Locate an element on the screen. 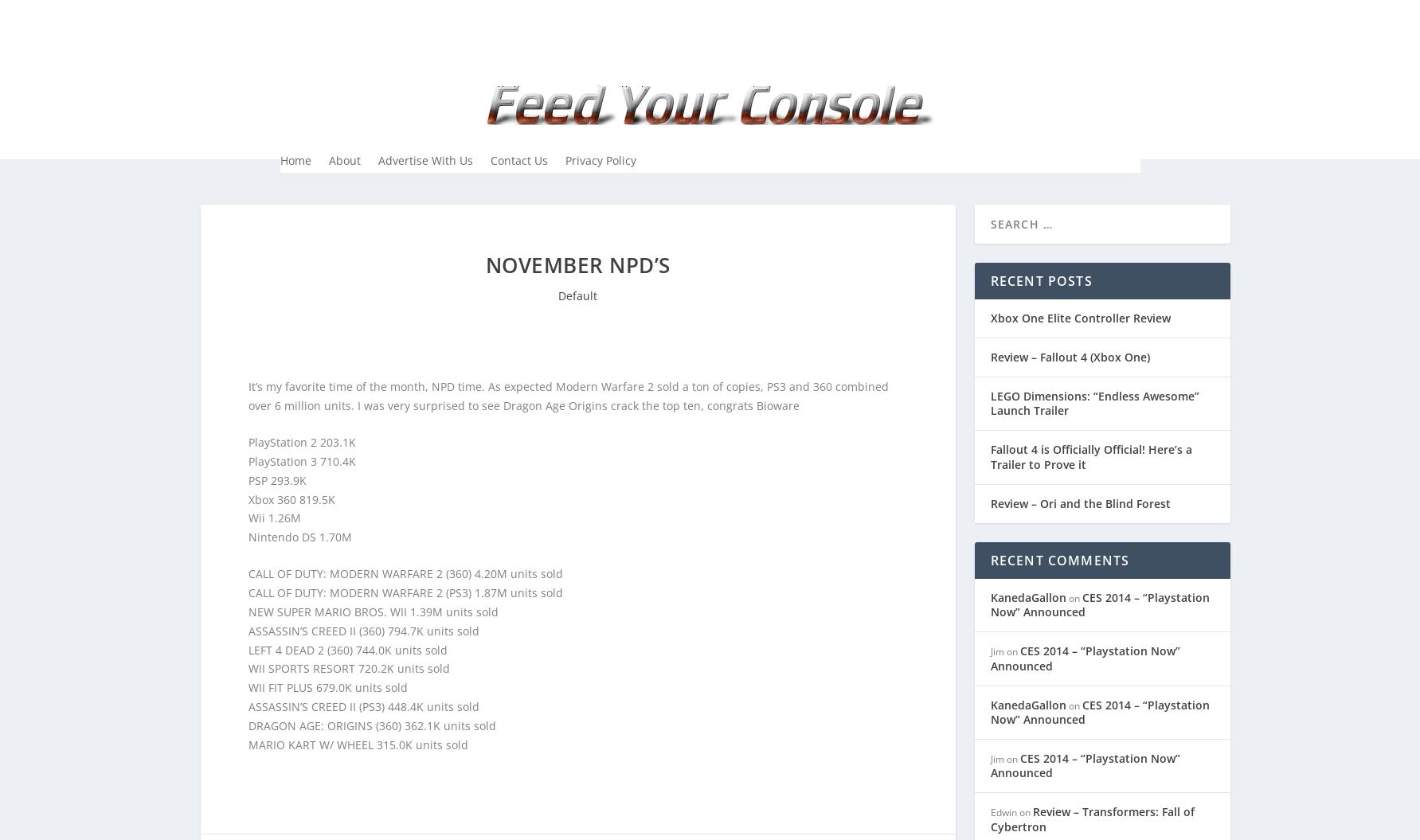  'ASSASSIN’S CREED II (PS3) 448.4K units sold' is located at coordinates (362, 705).